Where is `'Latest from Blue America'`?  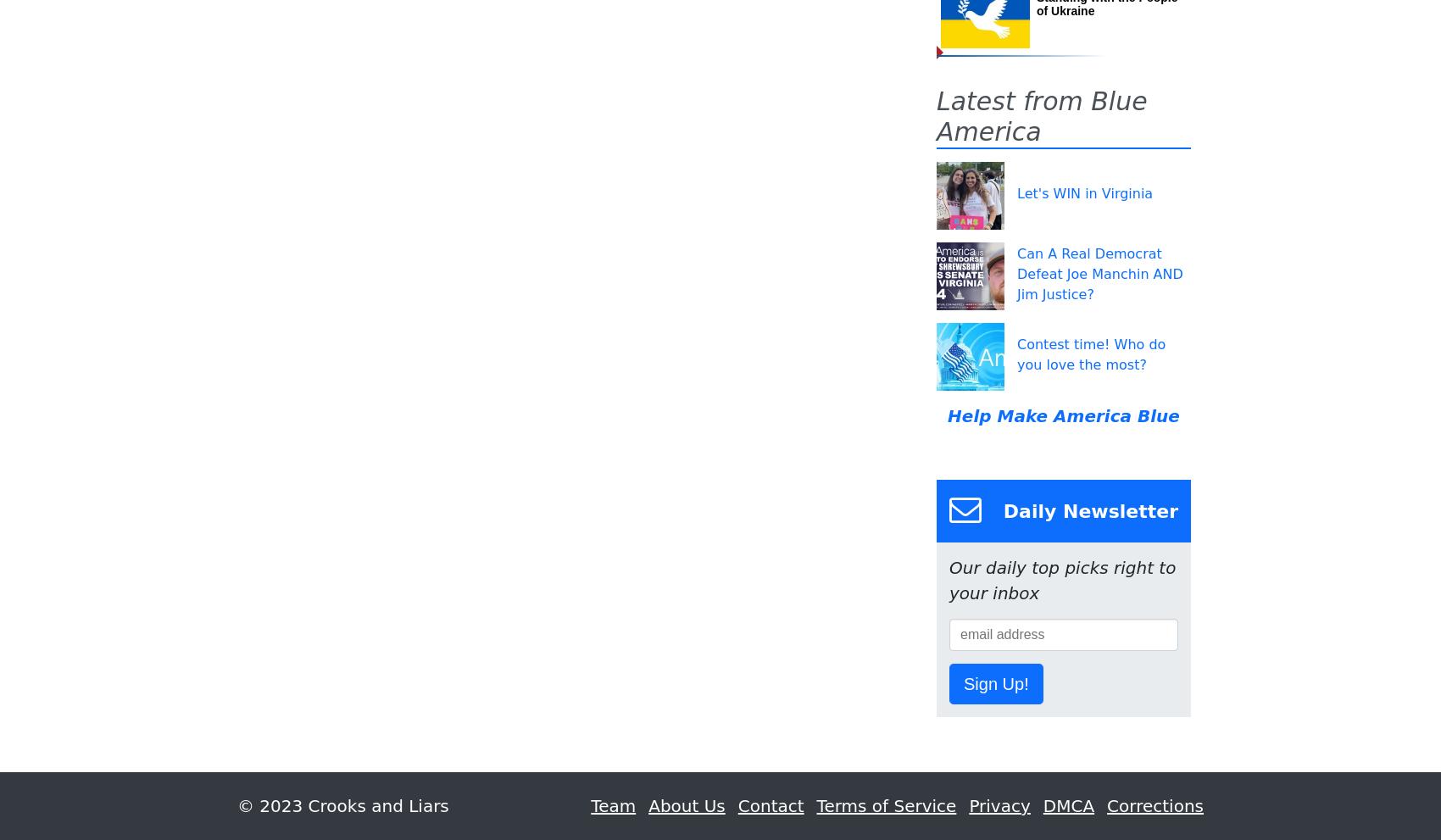 'Latest from Blue America' is located at coordinates (1040, 116).